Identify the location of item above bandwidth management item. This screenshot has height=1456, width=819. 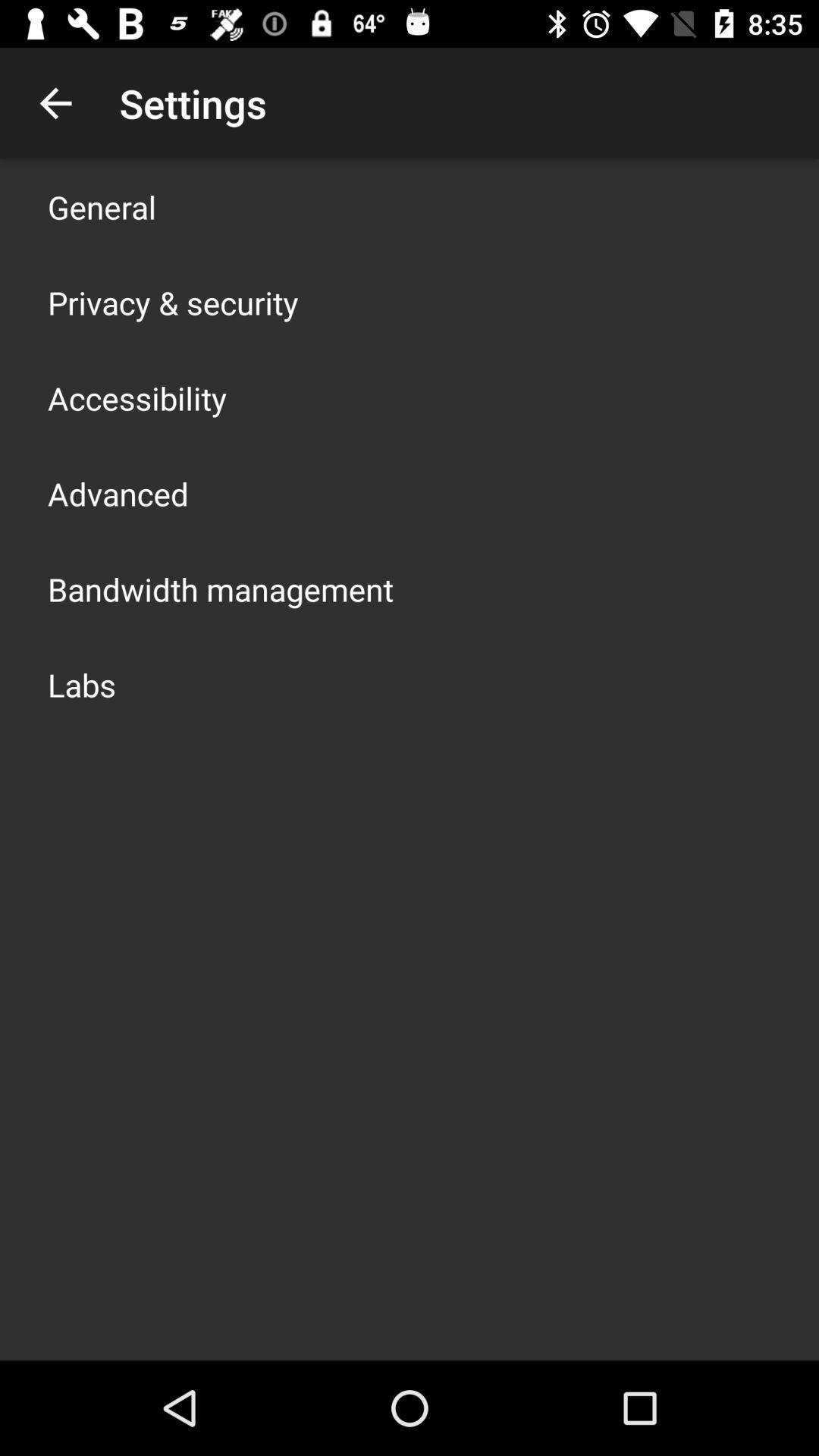
(117, 494).